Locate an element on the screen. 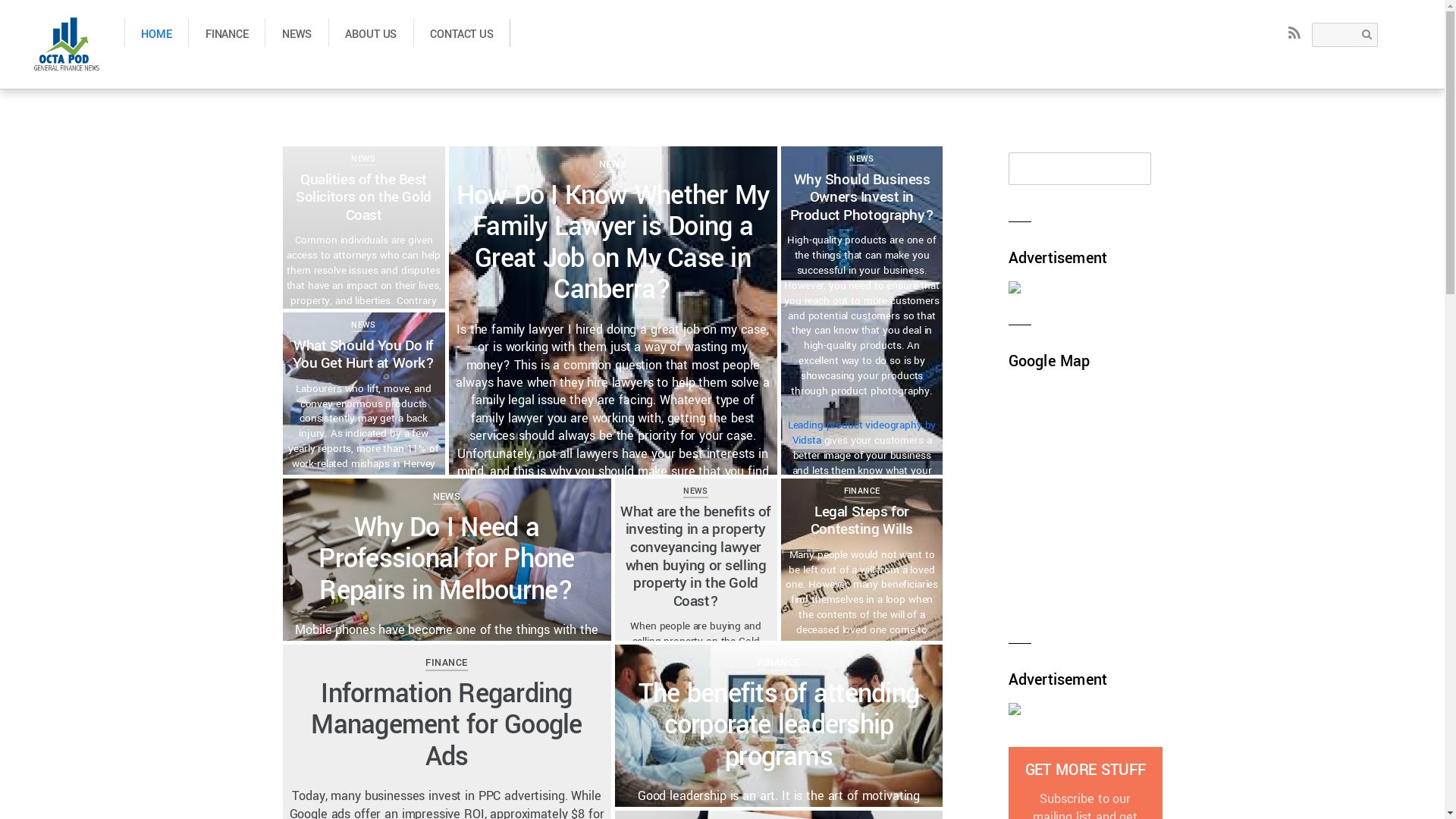  'NEWS' is located at coordinates (694, 491).